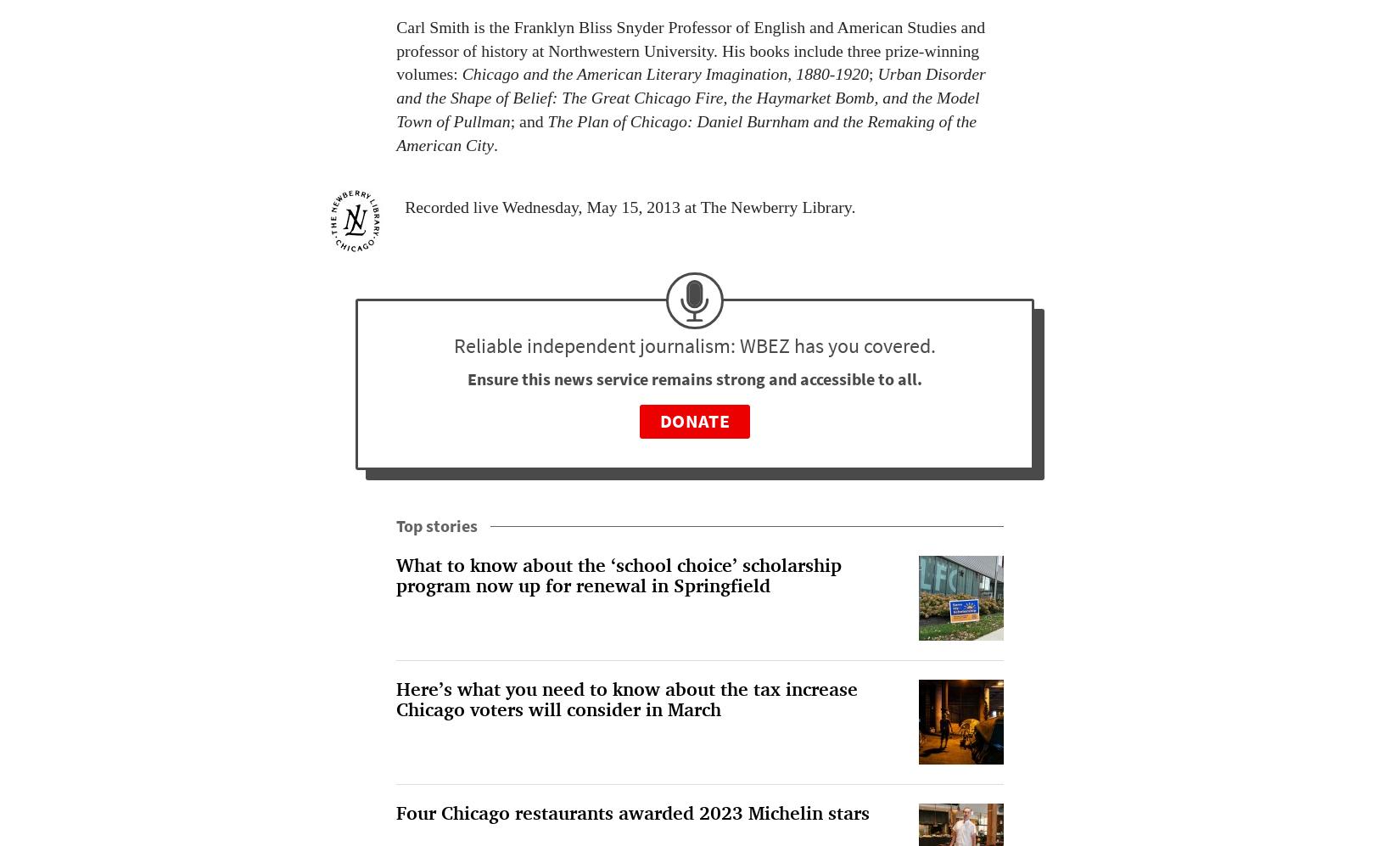 The image size is (1400, 846). What do you see at coordinates (872, 73) in the screenshot?
I see `';'` at bounding box center [872, 73].